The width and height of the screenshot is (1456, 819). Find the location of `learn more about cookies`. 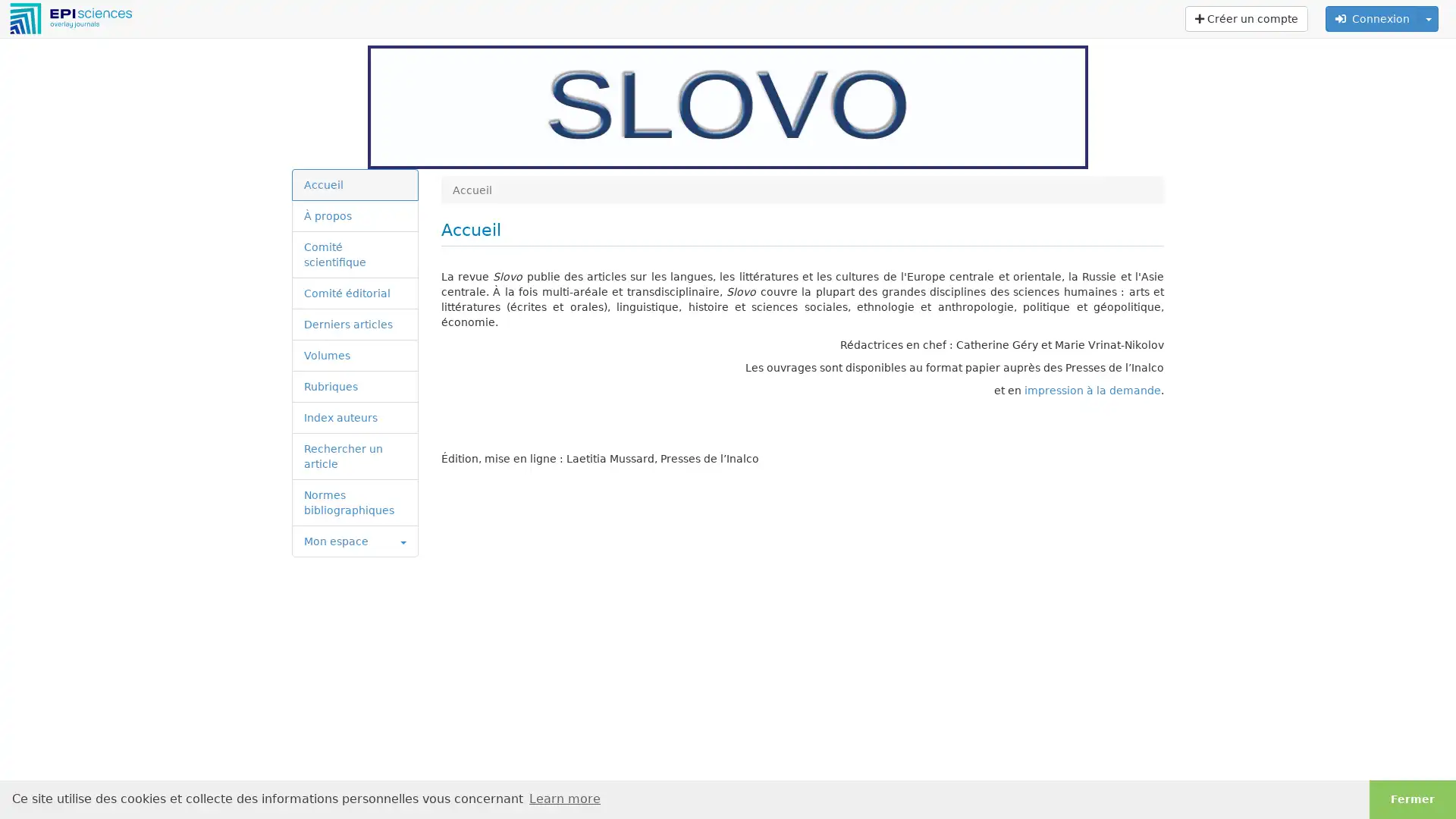

learn more about cookies is located at coordinates (563, 798).